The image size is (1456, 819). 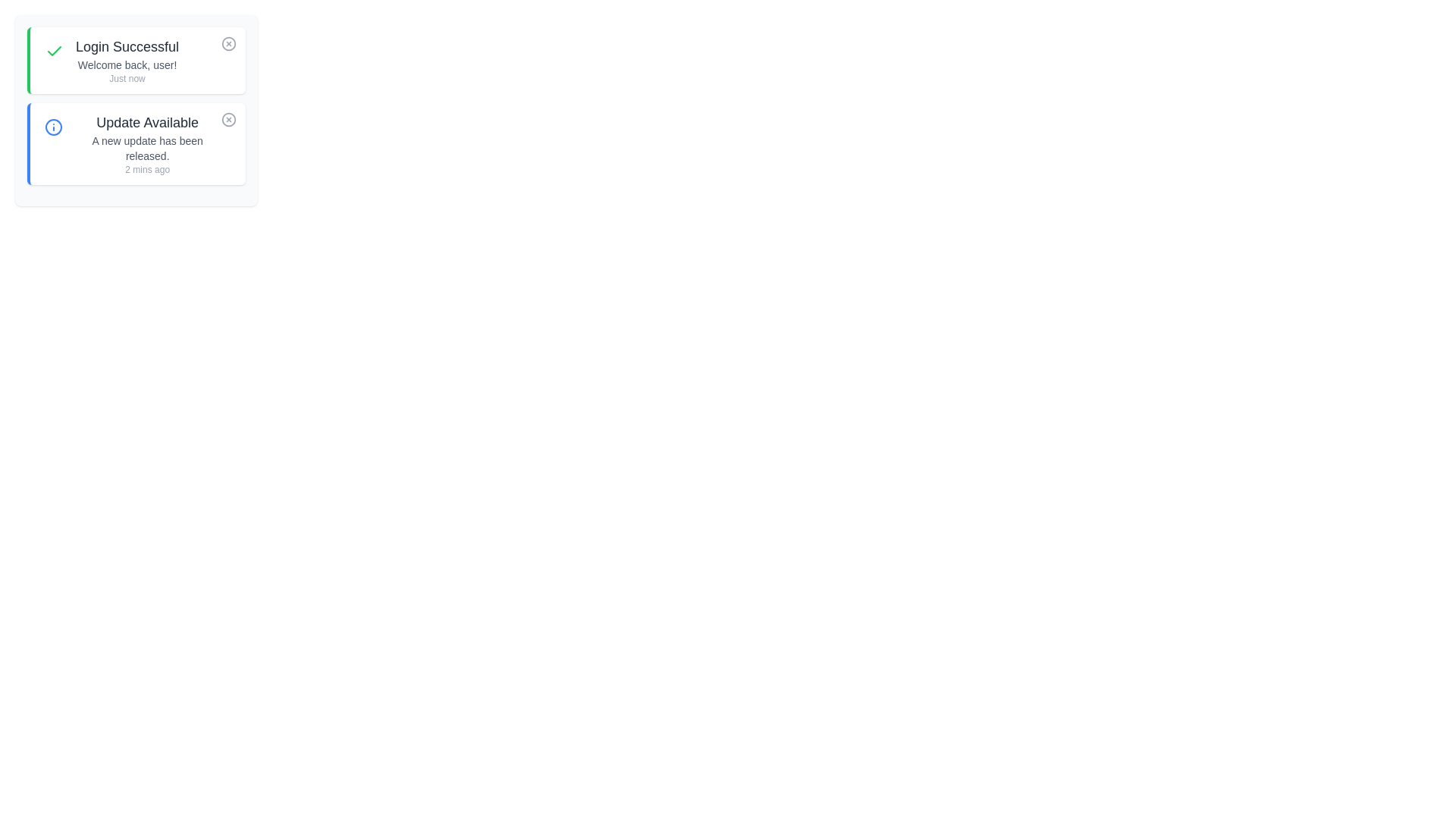 What do you see at coordinates (147, 122) in the screenshot?
I see `the Text Label that serves as the title of the 'Update Available' notification, which is located at the top of the notification card` at bounding box center [147, 122].